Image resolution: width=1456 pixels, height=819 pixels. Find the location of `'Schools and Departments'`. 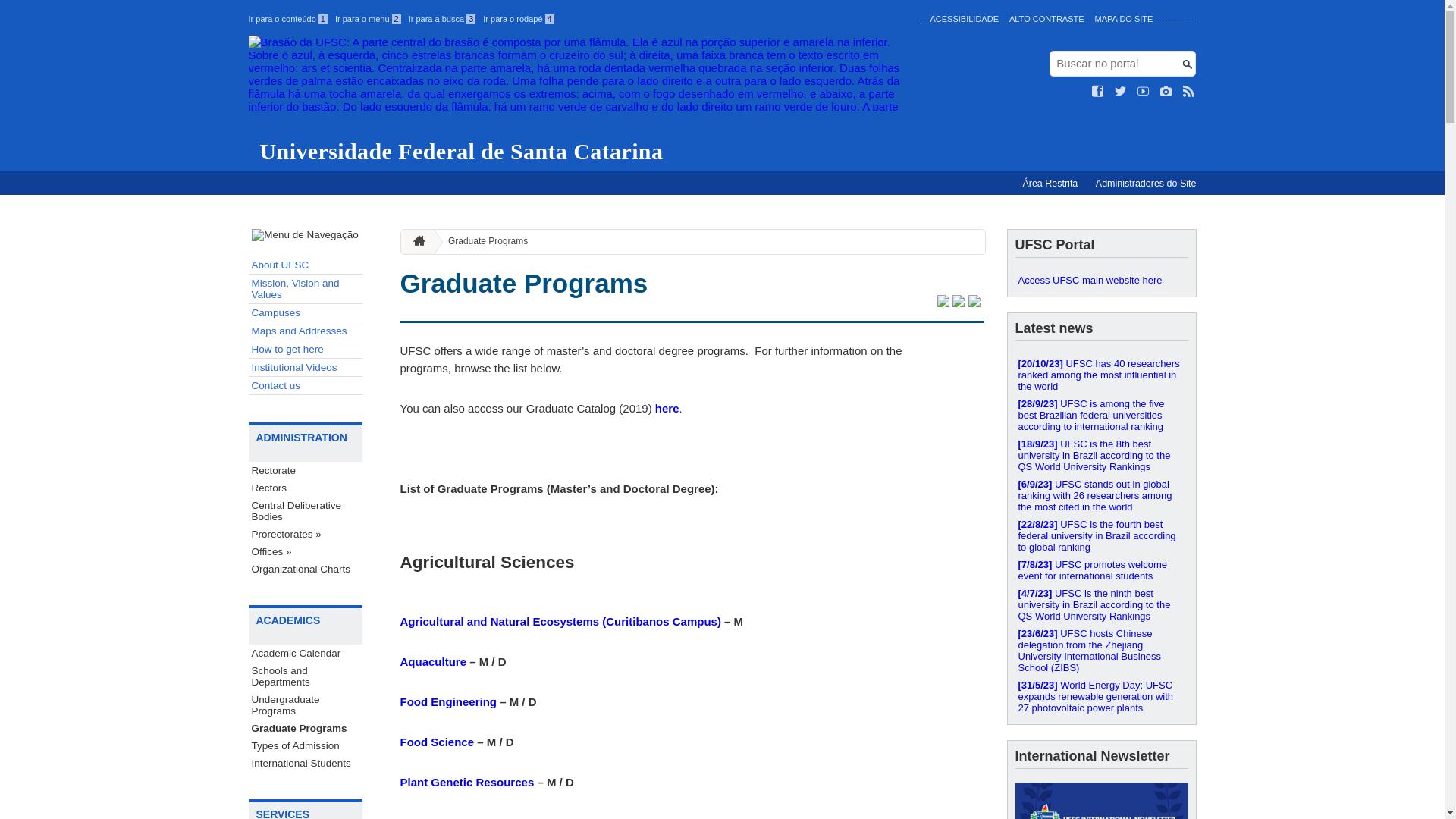

'Schools and Departments' is located at coordinates (305, 675).